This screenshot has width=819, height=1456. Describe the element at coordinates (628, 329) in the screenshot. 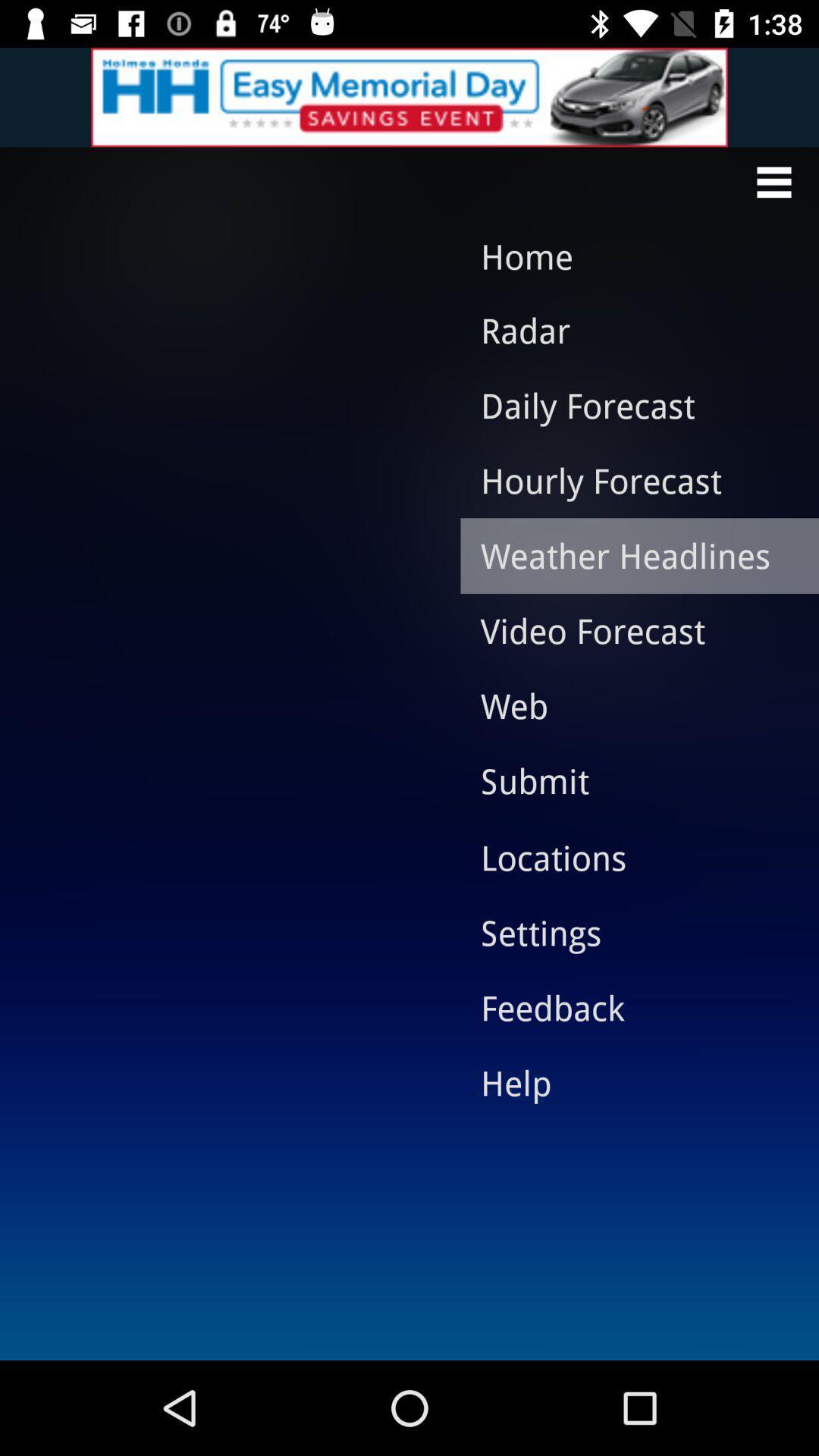

I see `item below home` at that location.